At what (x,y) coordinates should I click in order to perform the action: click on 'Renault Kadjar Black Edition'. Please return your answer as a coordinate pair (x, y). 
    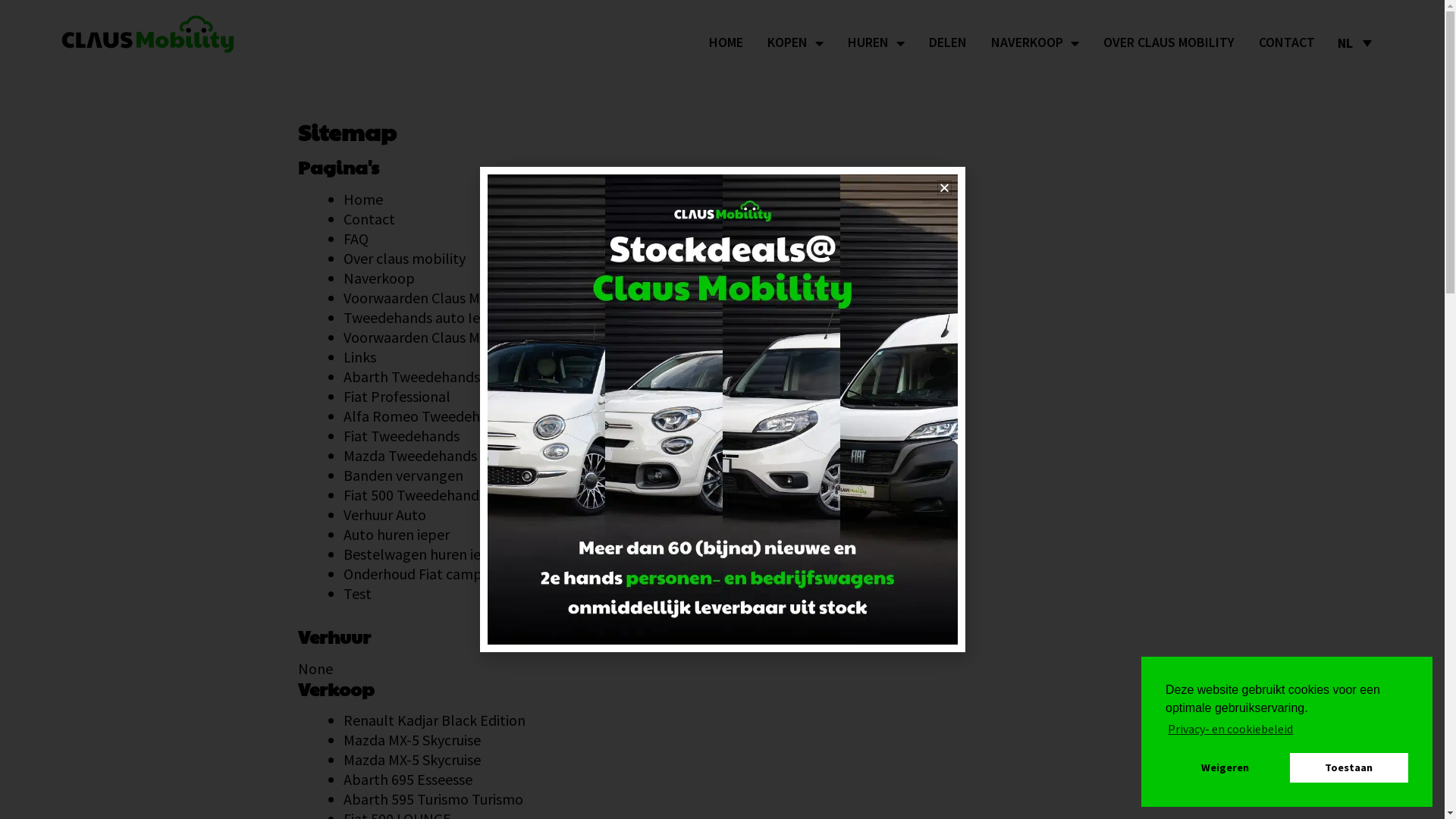
    Looking at the image, I should click on (432, 719).